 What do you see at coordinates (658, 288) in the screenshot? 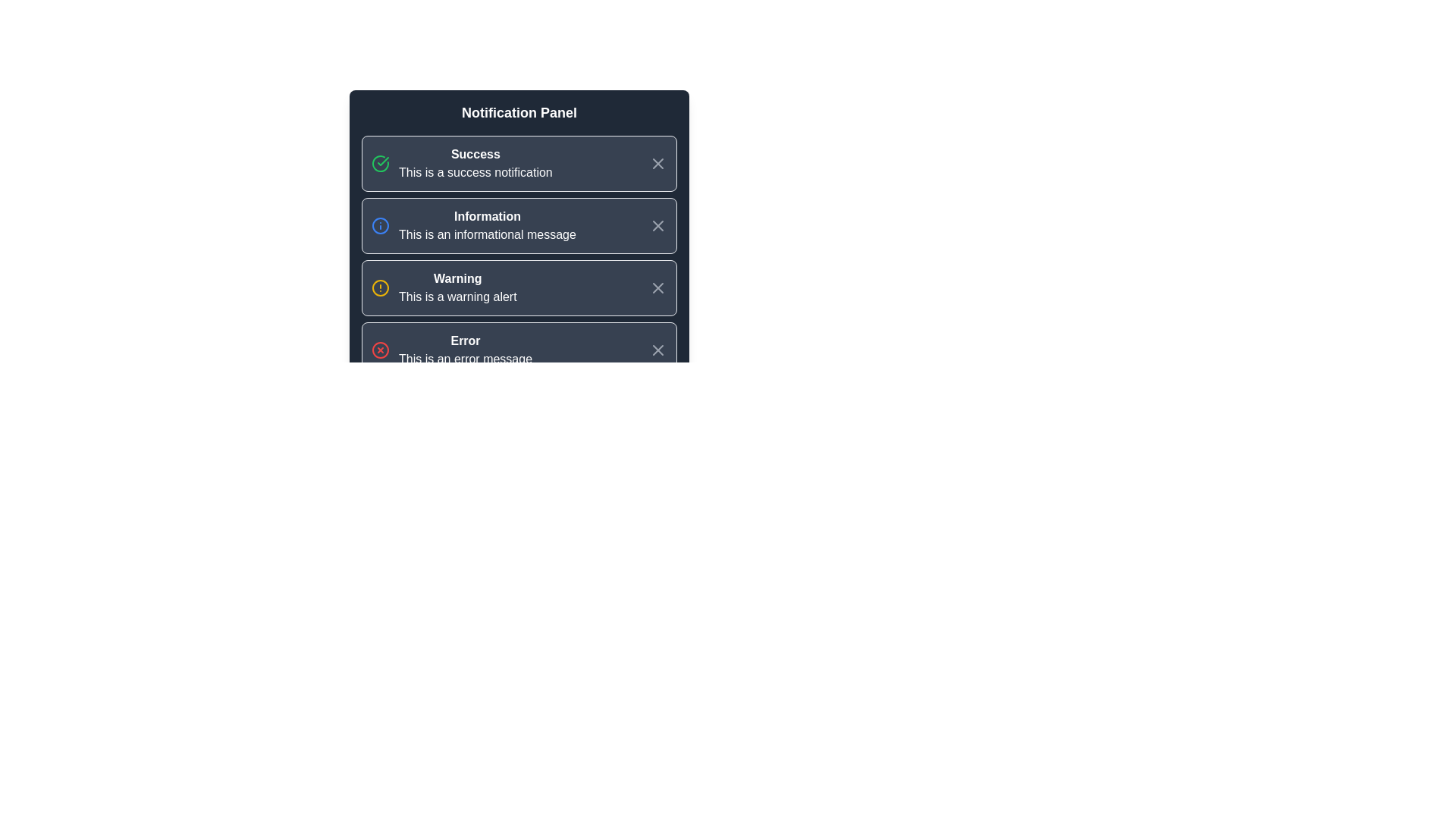
I see `the close button located at the top-right corner of the 'Warning' notification alert` at bounding box center [658, 288].